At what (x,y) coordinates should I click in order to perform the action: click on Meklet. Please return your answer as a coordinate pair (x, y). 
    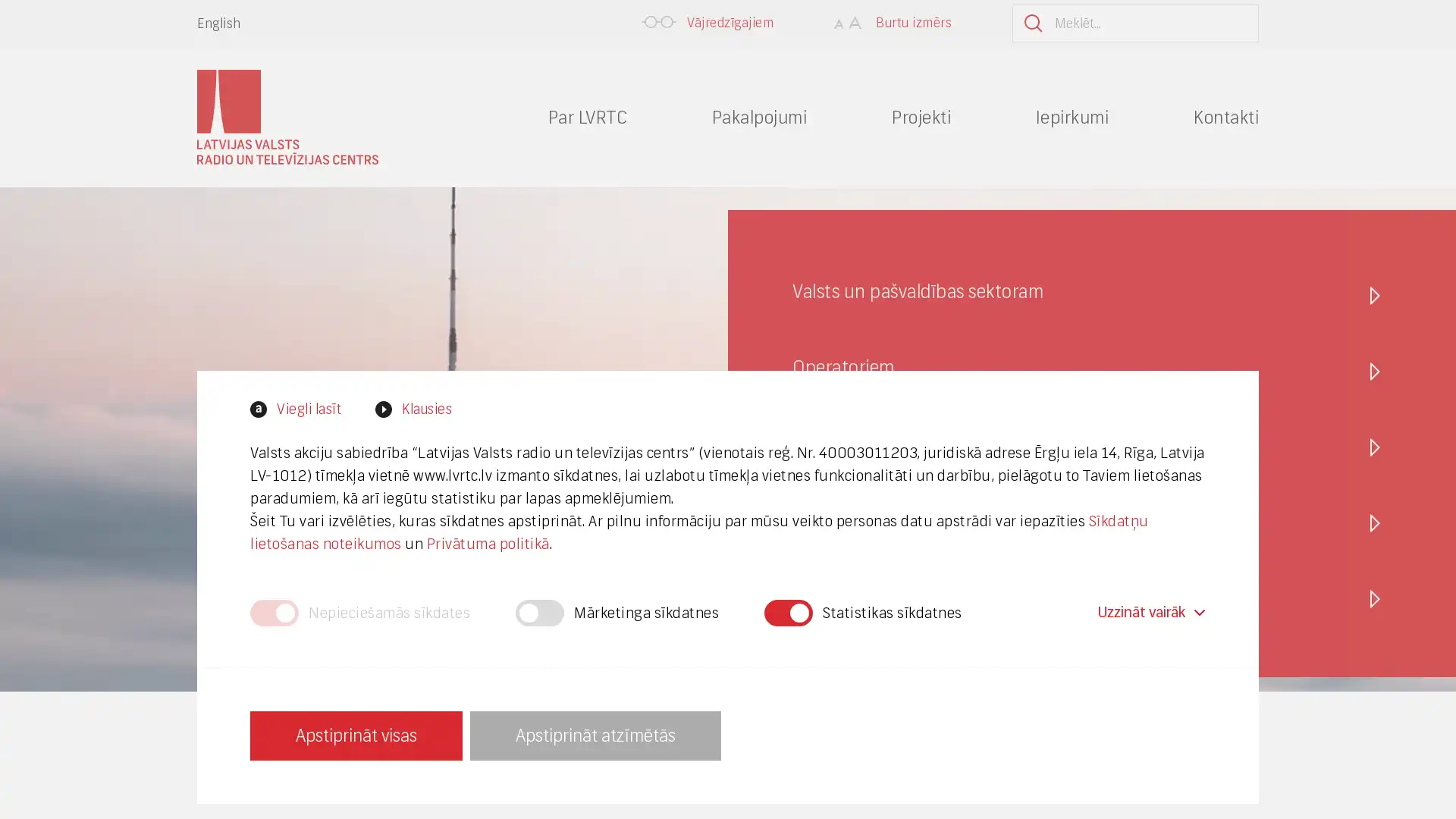
    Looking at the image, I should click on (1220, 23).